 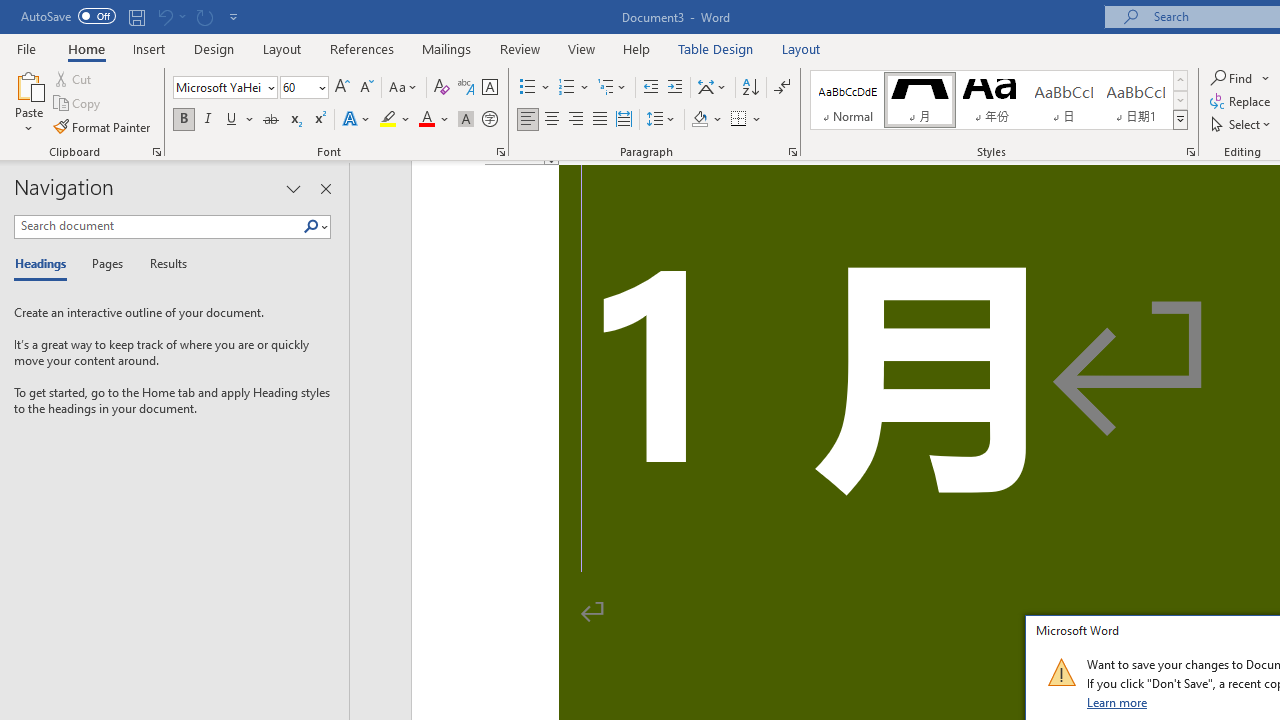 I want to click on 'Mailings', so click(x=446, y=48).